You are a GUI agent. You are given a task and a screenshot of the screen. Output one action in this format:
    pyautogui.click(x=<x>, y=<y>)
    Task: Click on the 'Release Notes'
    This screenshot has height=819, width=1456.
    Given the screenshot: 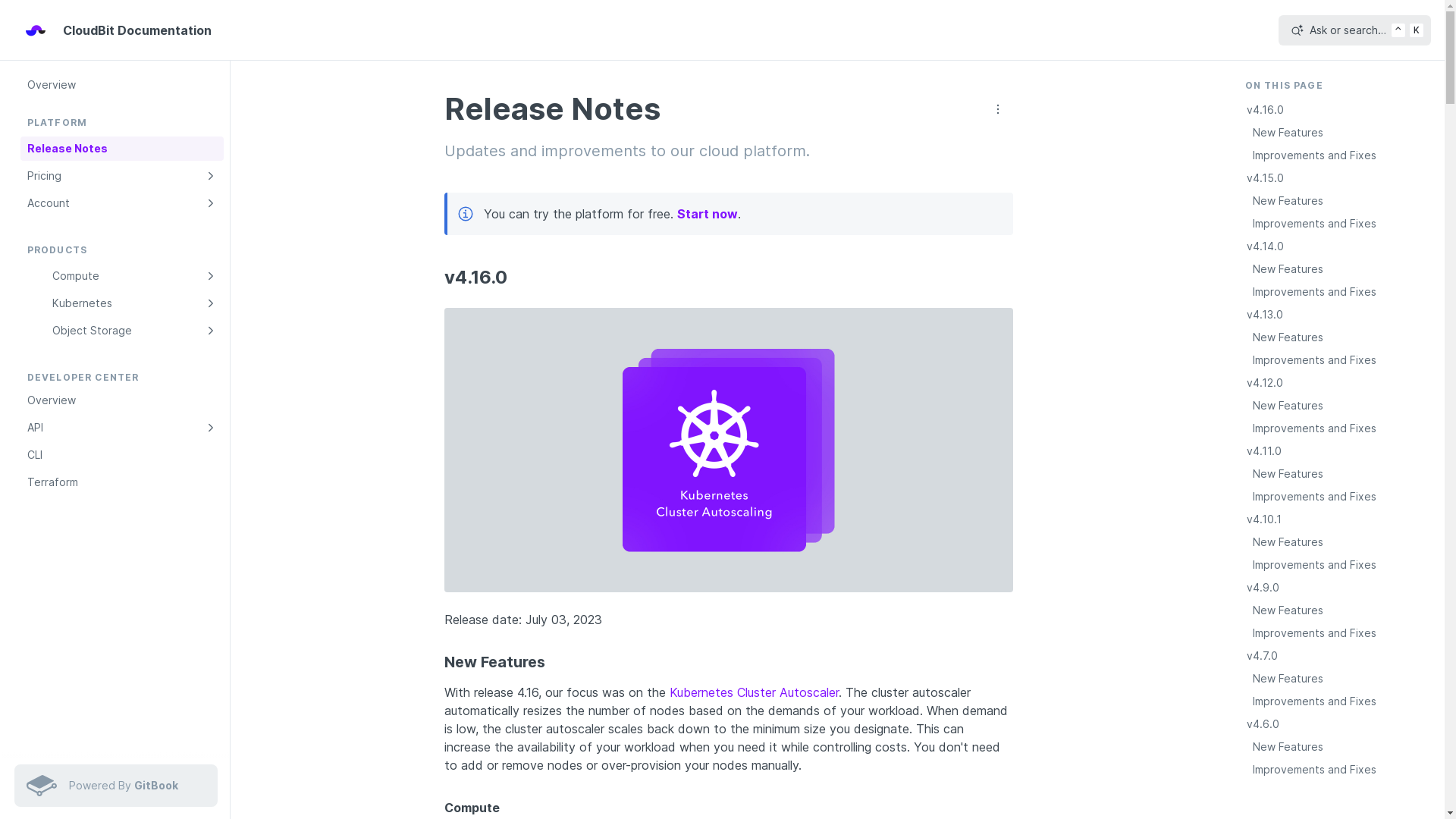 What is the action you would take?
    pyautogui.click(x=120, y=149)
    